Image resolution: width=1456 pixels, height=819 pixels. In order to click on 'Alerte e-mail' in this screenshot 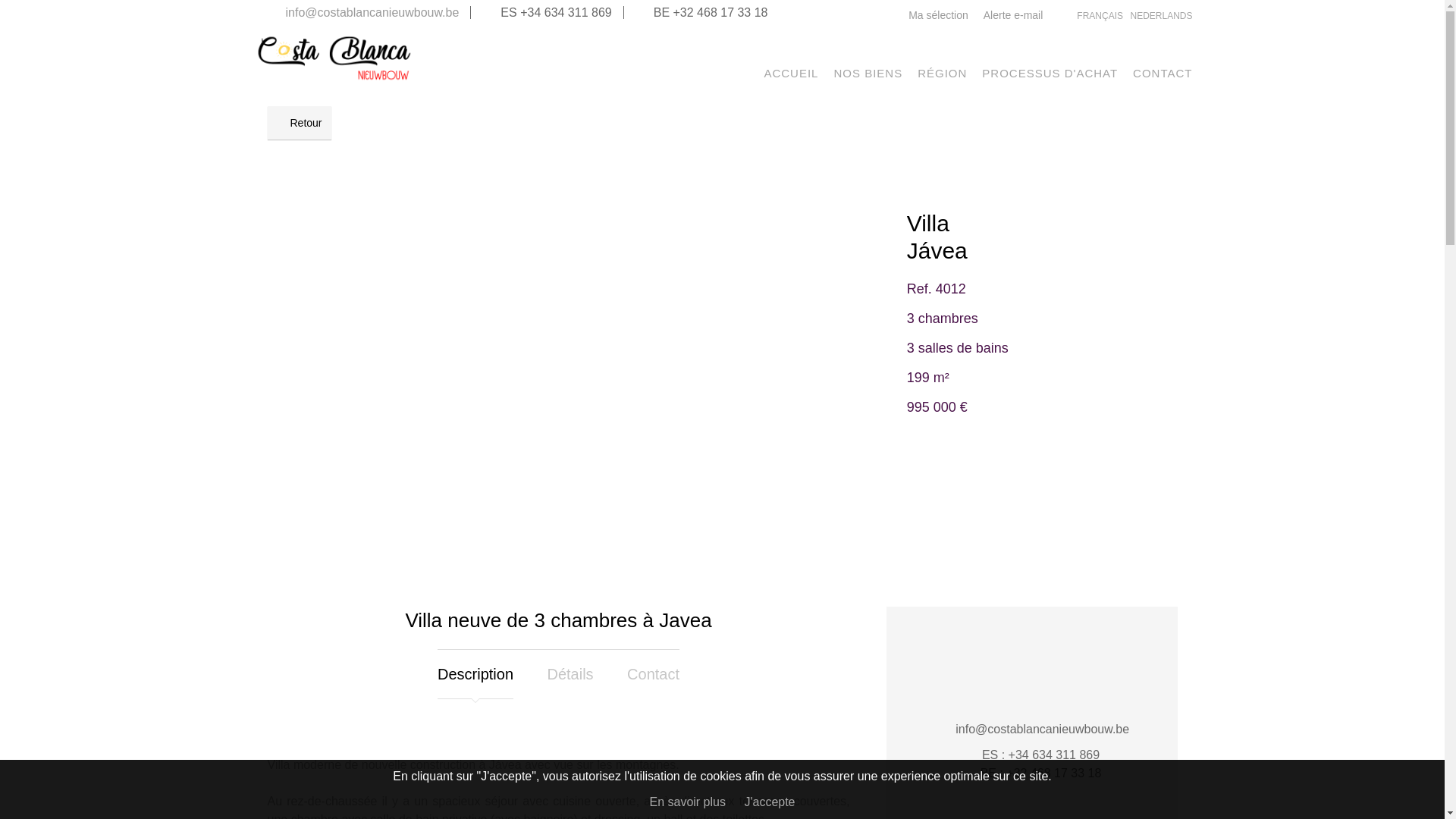, I will do `click(1013, 14)`.